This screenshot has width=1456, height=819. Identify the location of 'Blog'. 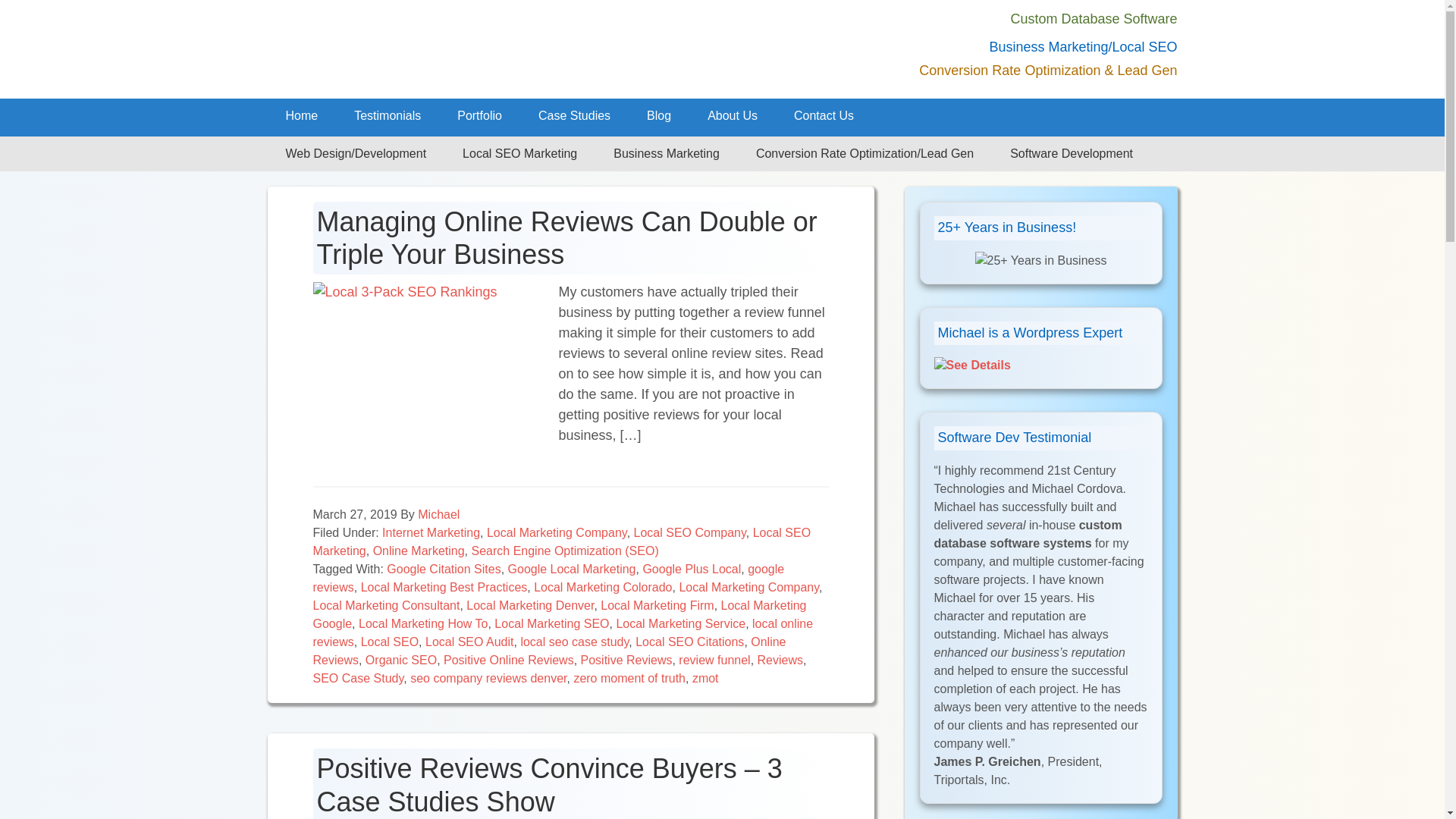
(658, 115).